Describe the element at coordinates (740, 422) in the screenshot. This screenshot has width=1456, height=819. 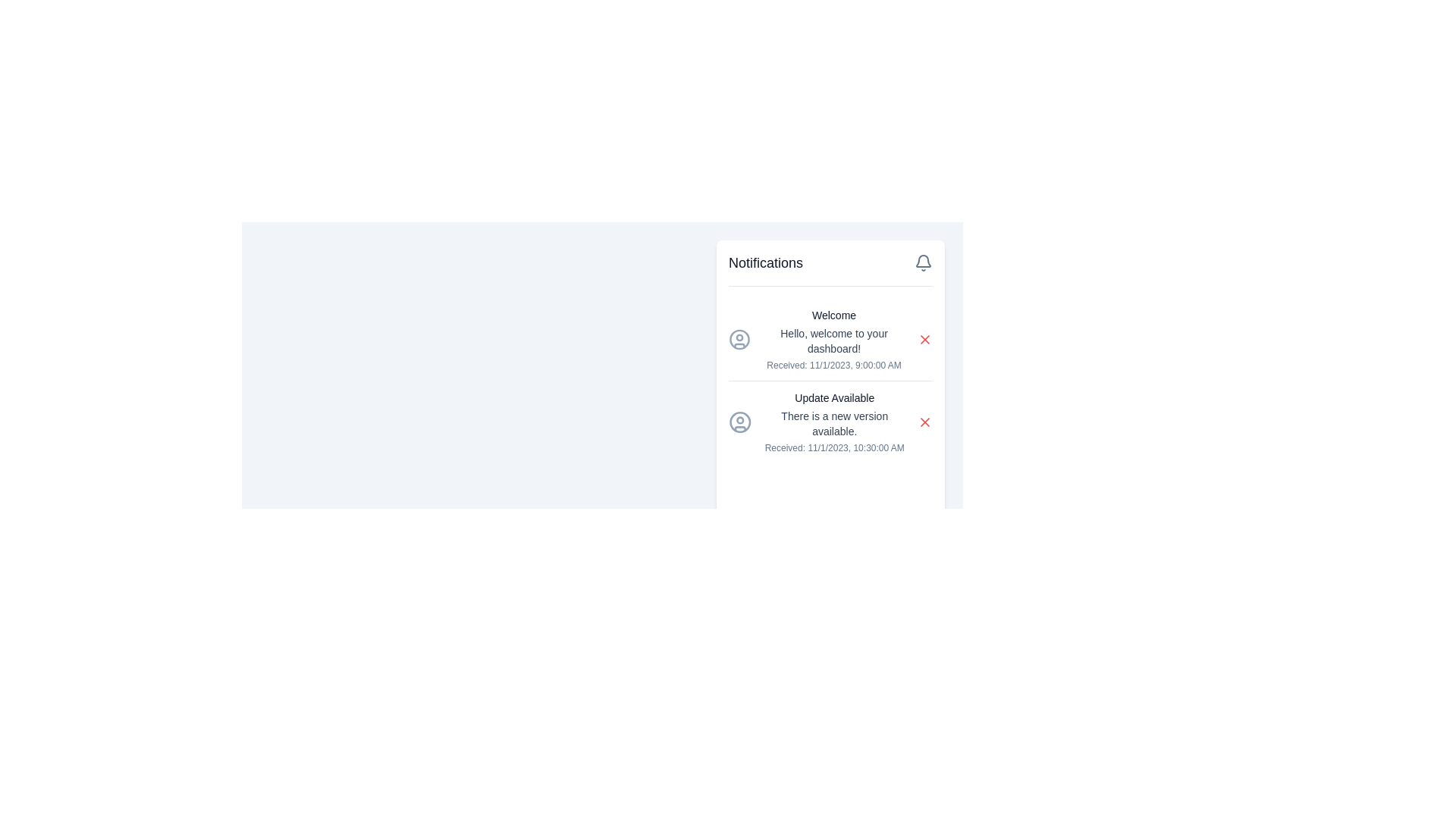
I see `the circular user profile icon styled in slate-gray, located to the left of the 'Update Available' notification` at that location.